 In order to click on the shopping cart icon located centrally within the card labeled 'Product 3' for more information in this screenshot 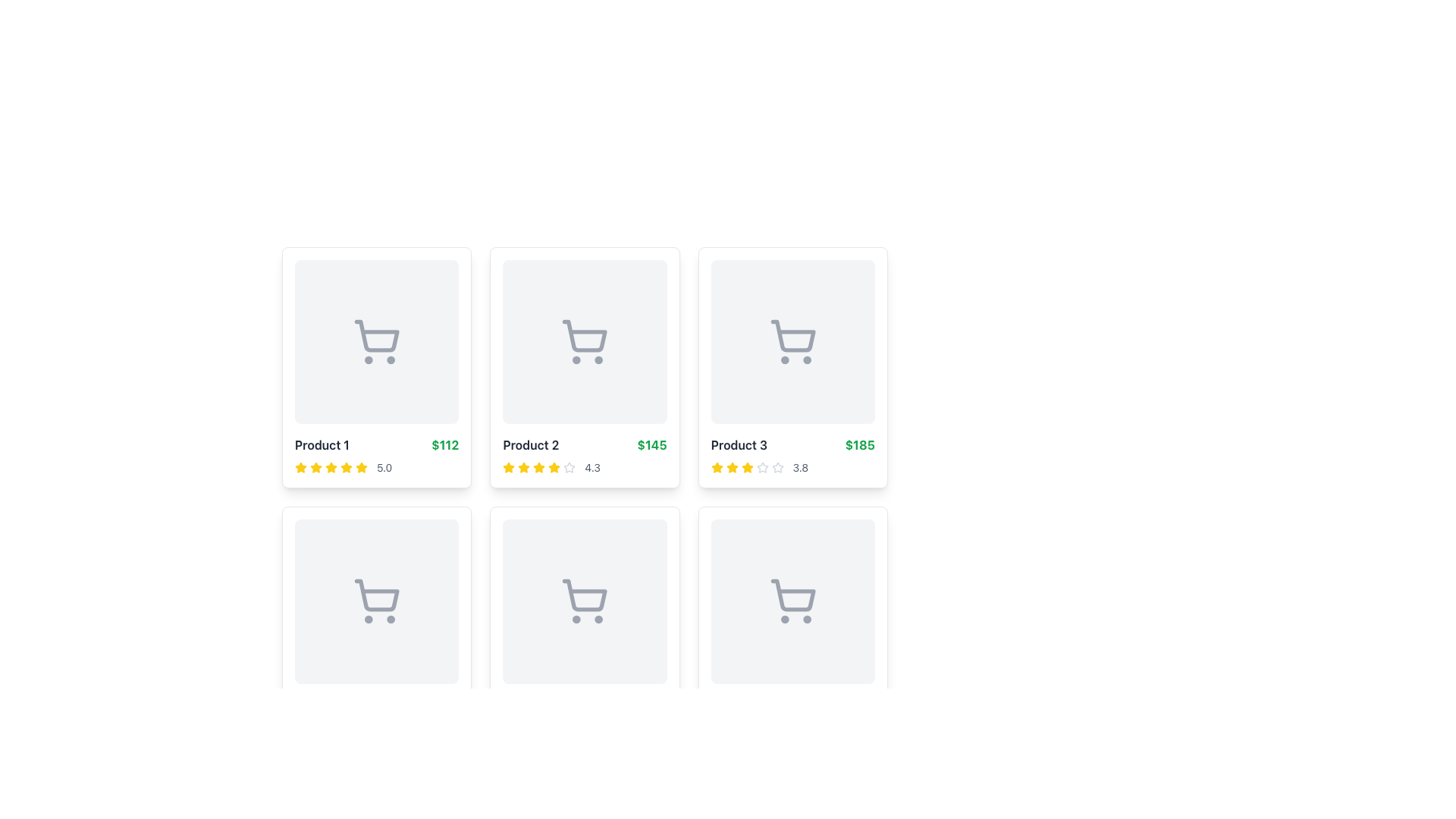, I will do `click(792, 342)`.